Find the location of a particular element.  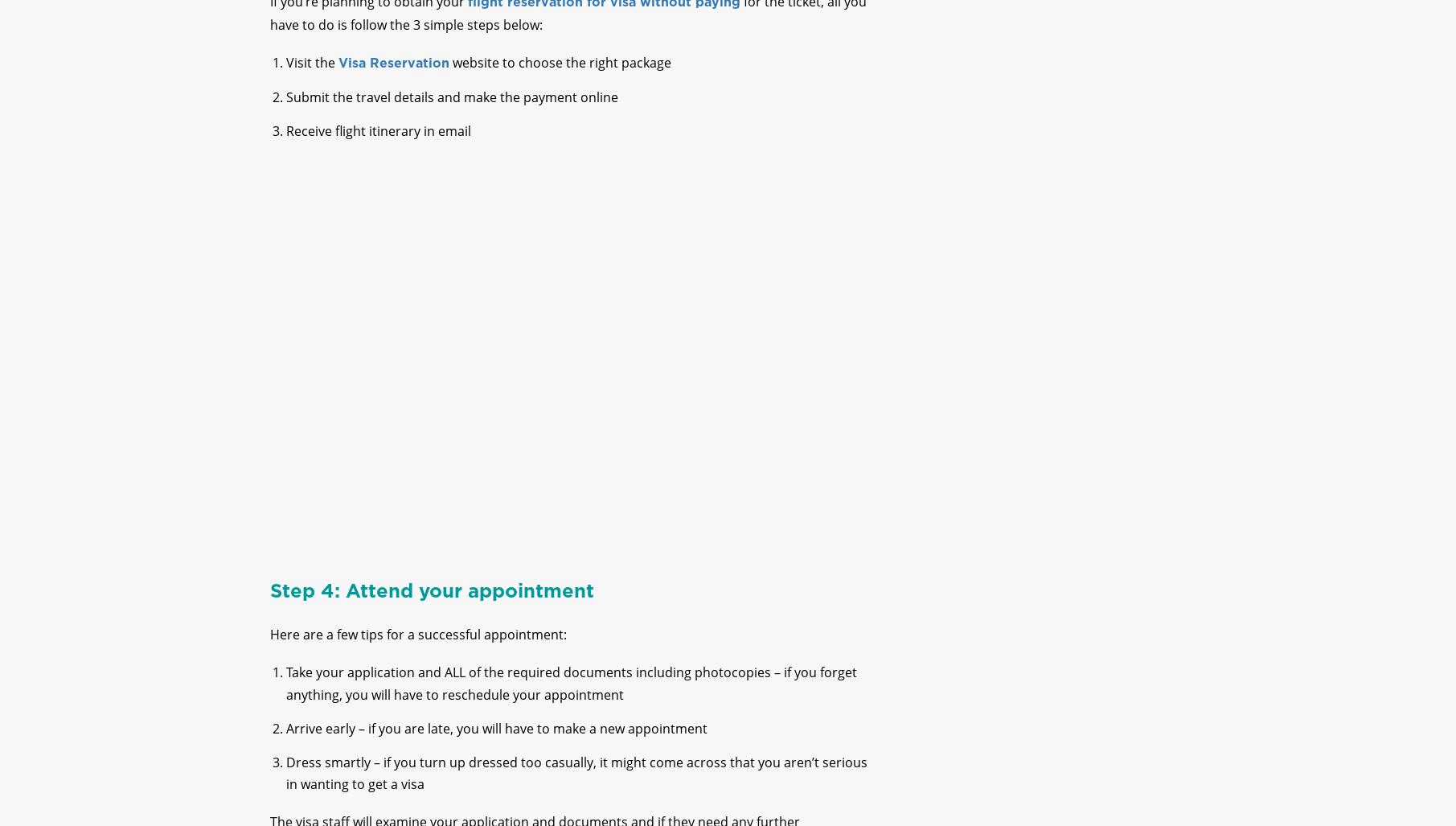

'Step 4: Attend your appointment' is located at coordinates (430, 604).